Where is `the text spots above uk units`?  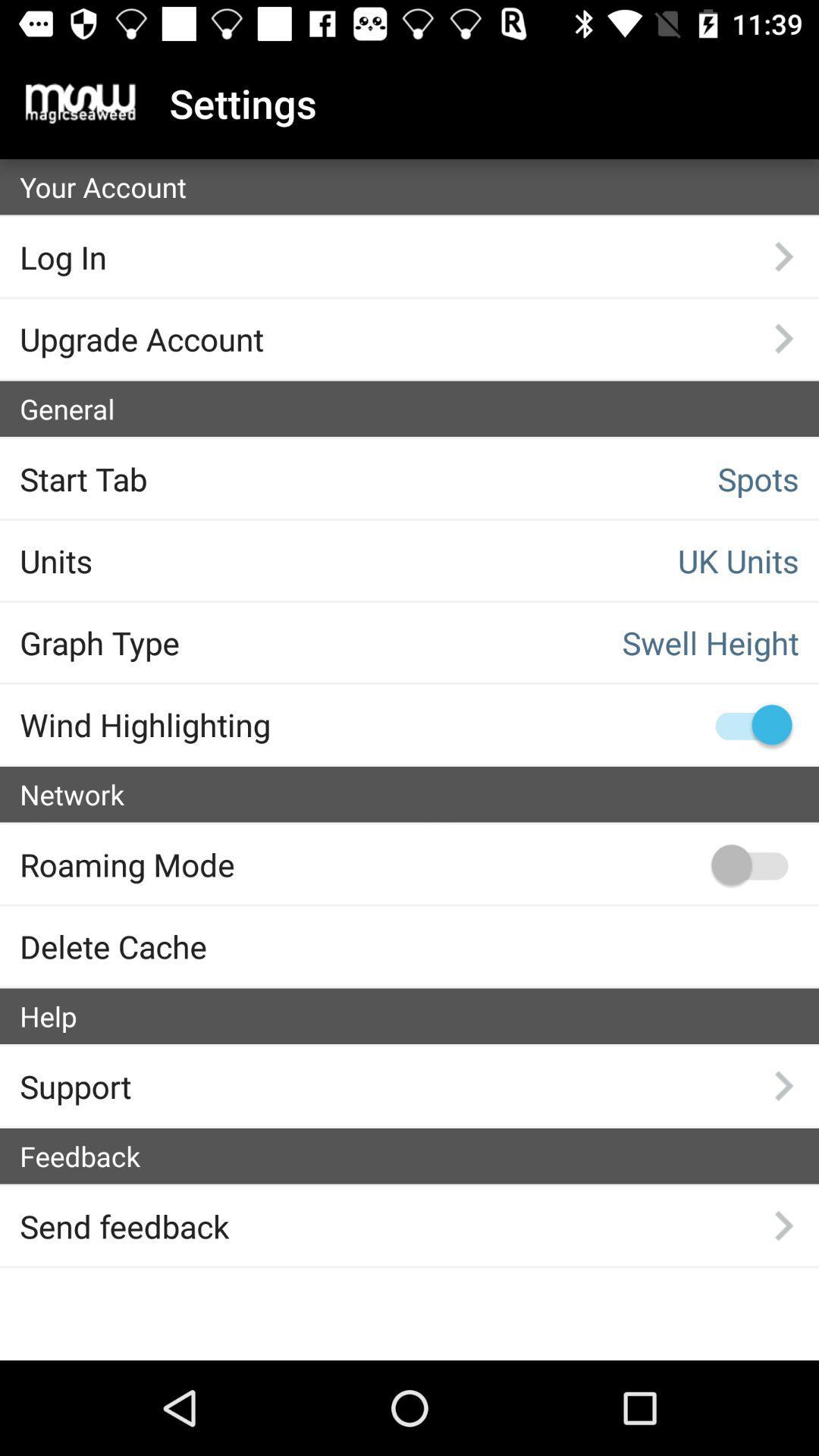 the text spots above uk units is located at coordinates (620, 478).